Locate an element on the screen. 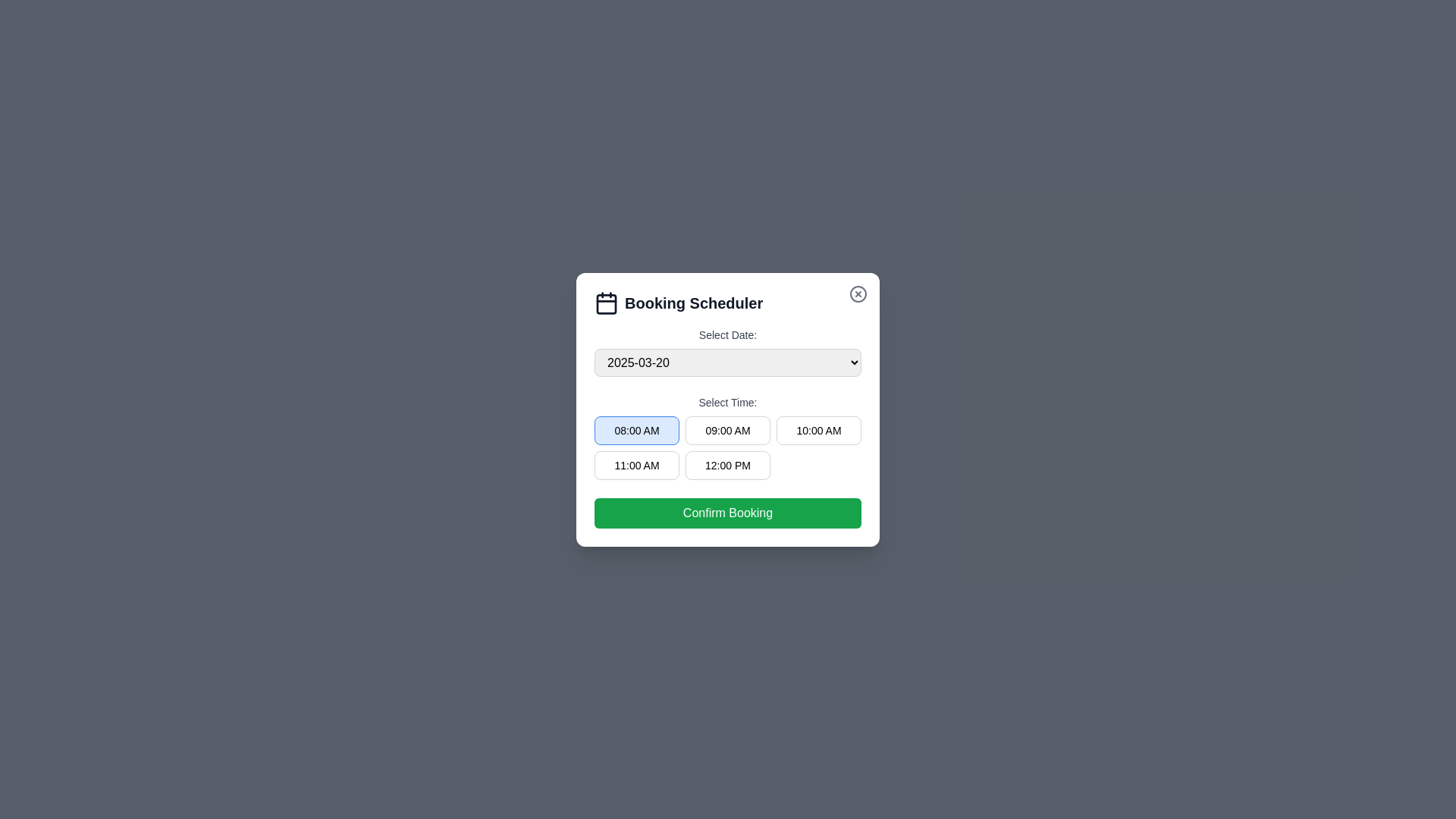 This screenshot has width=1456, height=819. the green 'Confirm Booking' button located at the bottom of the modal window to confirm the booking is located at coordinates (728, 512).